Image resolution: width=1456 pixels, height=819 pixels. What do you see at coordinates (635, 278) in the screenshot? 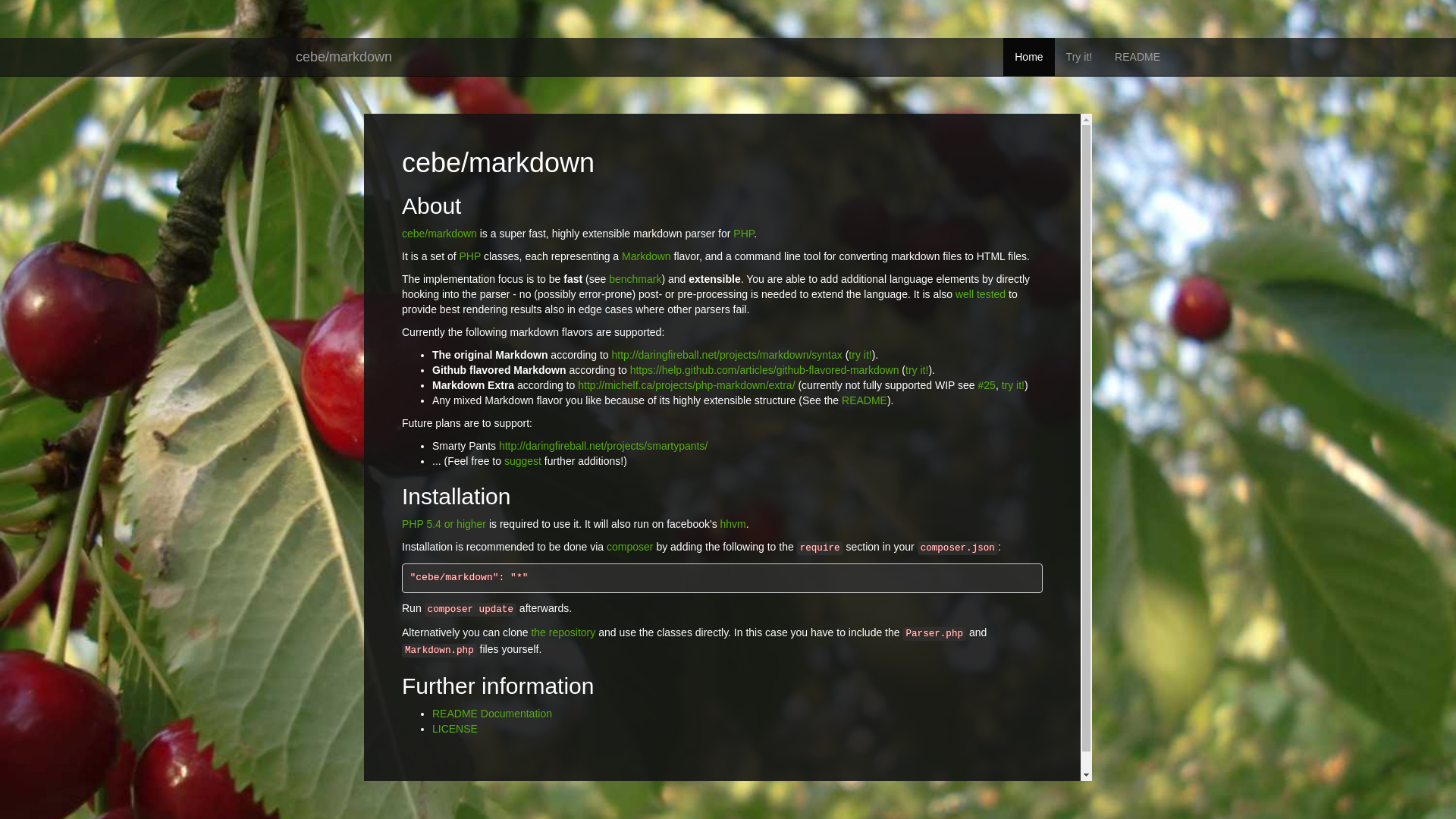
I see `'benchmark'` at bounding box center [635, 278].